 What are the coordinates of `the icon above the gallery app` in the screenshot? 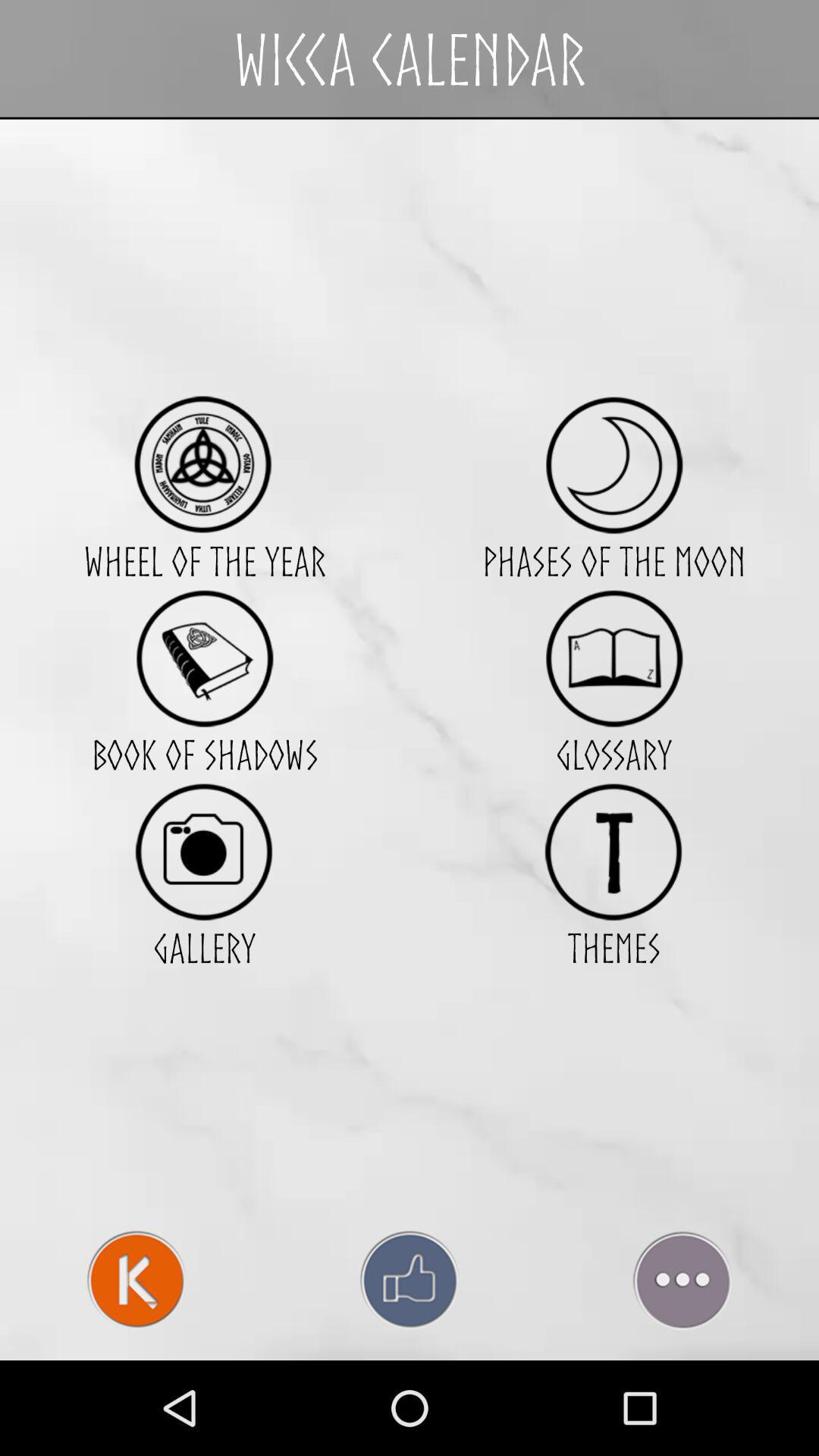 It's located at (203, 852).